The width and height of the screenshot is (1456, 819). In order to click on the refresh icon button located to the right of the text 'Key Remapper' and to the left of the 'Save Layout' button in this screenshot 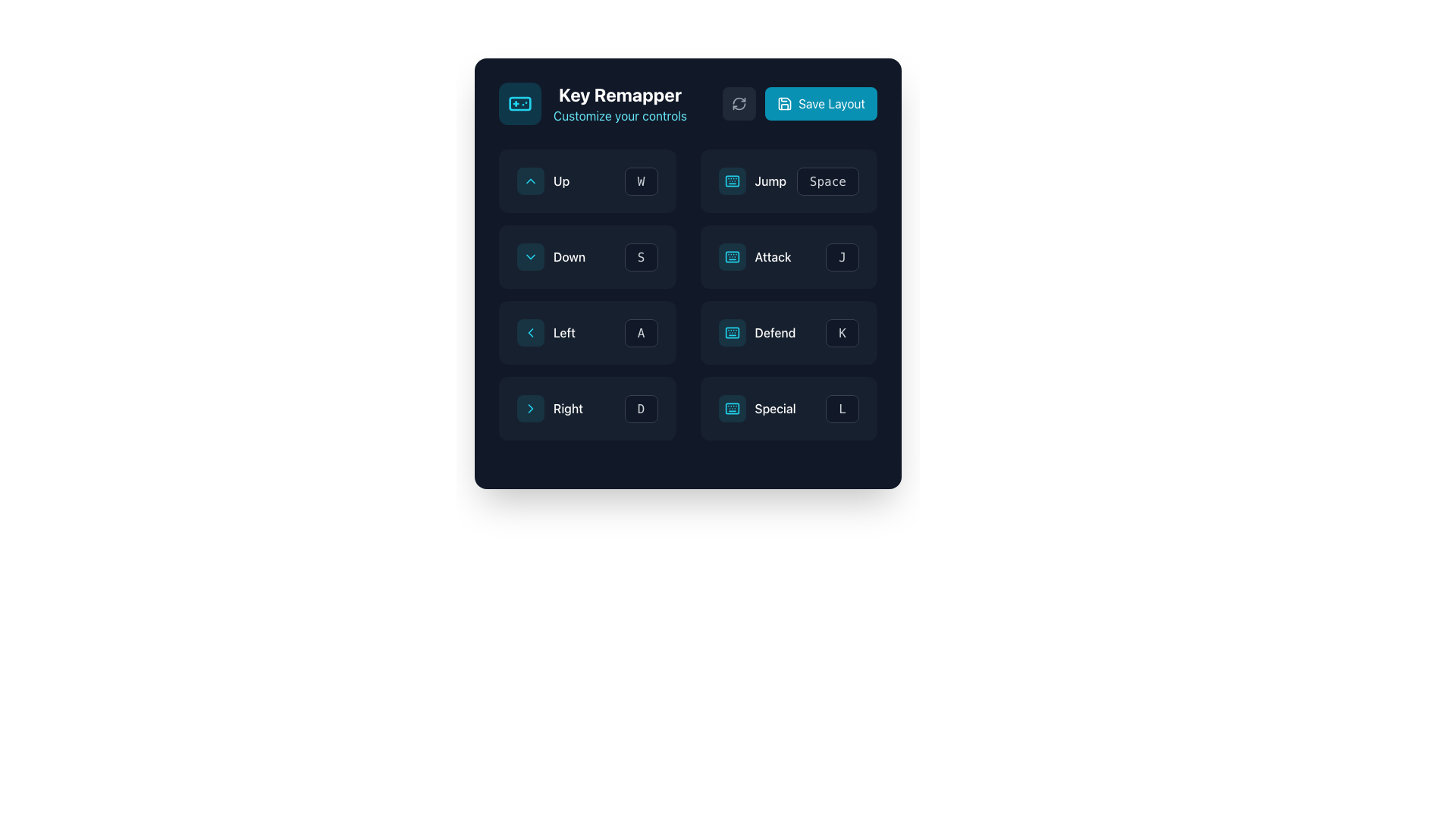, I will do `click(739, 103)`.